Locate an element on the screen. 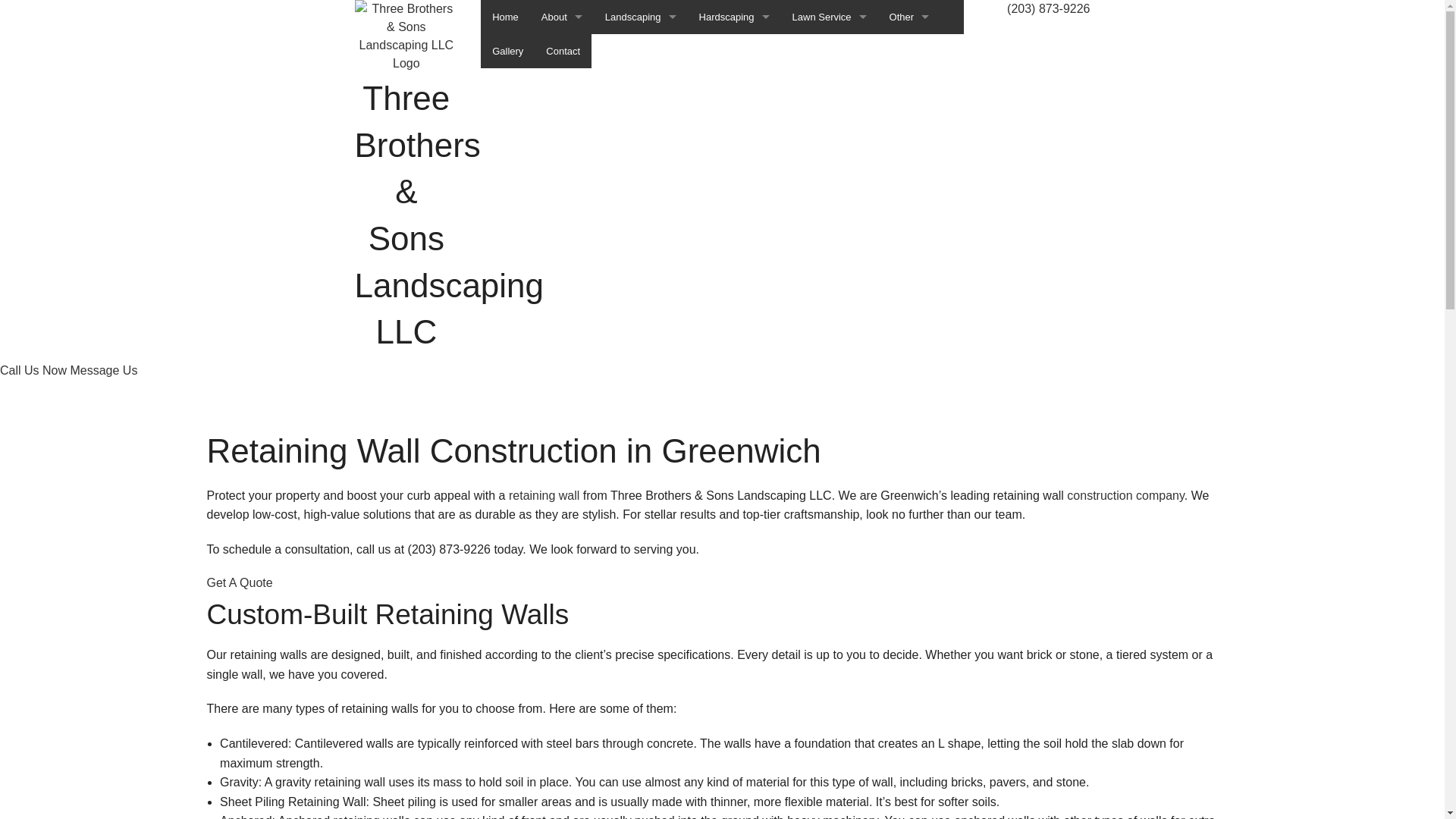 The height and width of the screenshot is (819, 1456). 'FAQ' is located at coordinates (560, 50).